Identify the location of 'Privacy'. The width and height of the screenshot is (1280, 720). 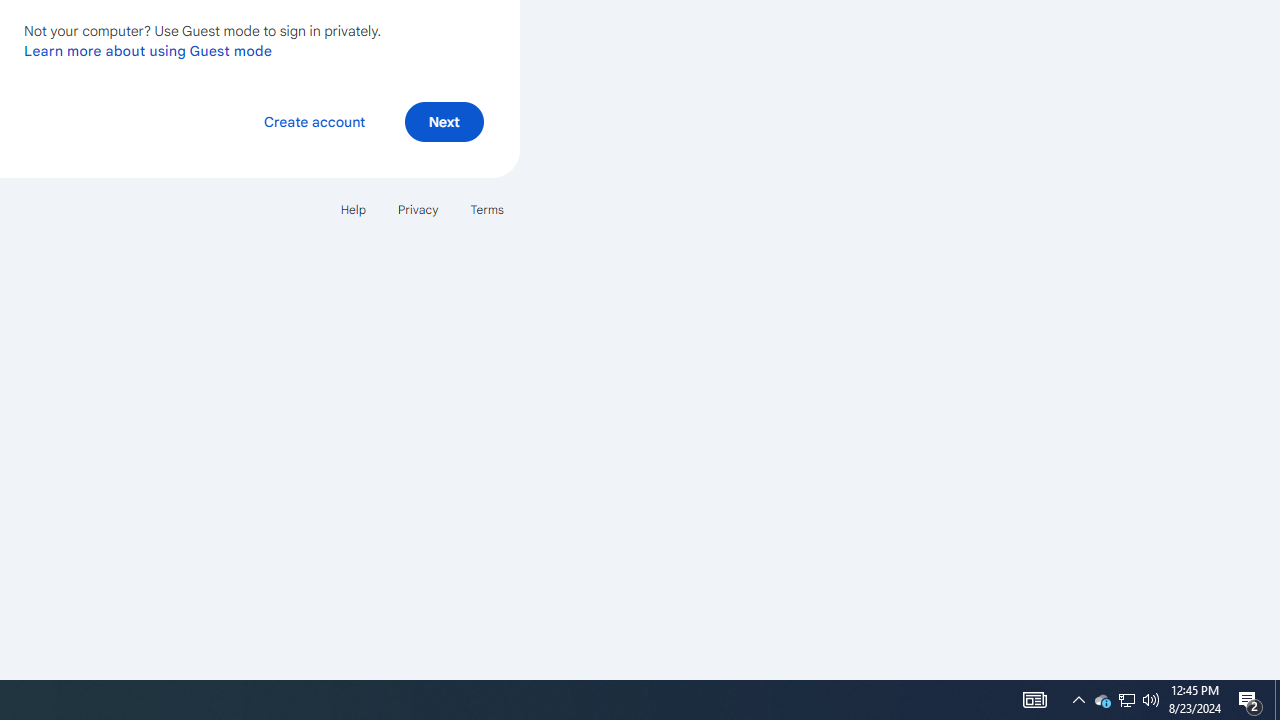
(416, 209).